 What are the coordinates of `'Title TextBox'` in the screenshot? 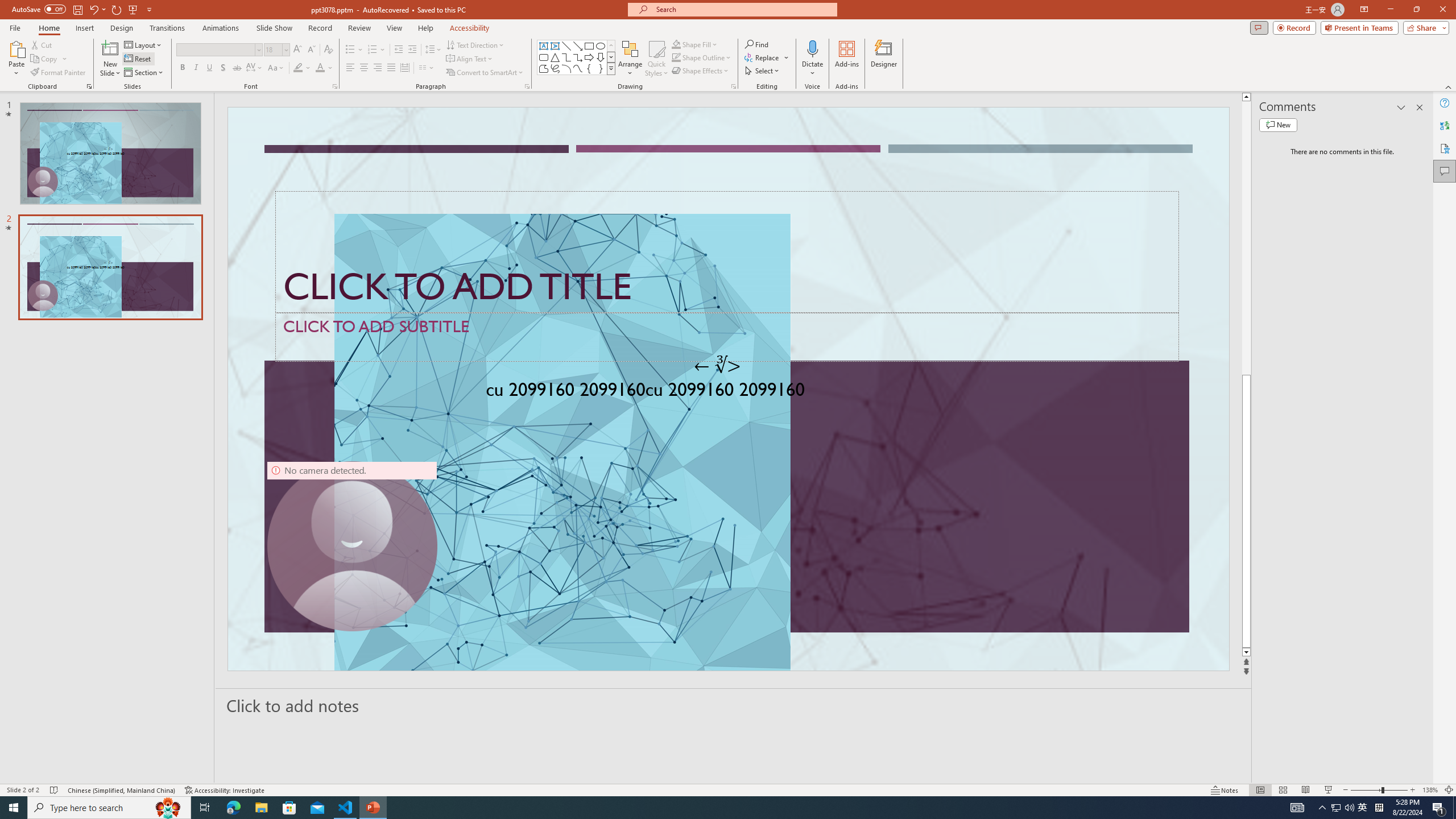 It's located at (726, 252).